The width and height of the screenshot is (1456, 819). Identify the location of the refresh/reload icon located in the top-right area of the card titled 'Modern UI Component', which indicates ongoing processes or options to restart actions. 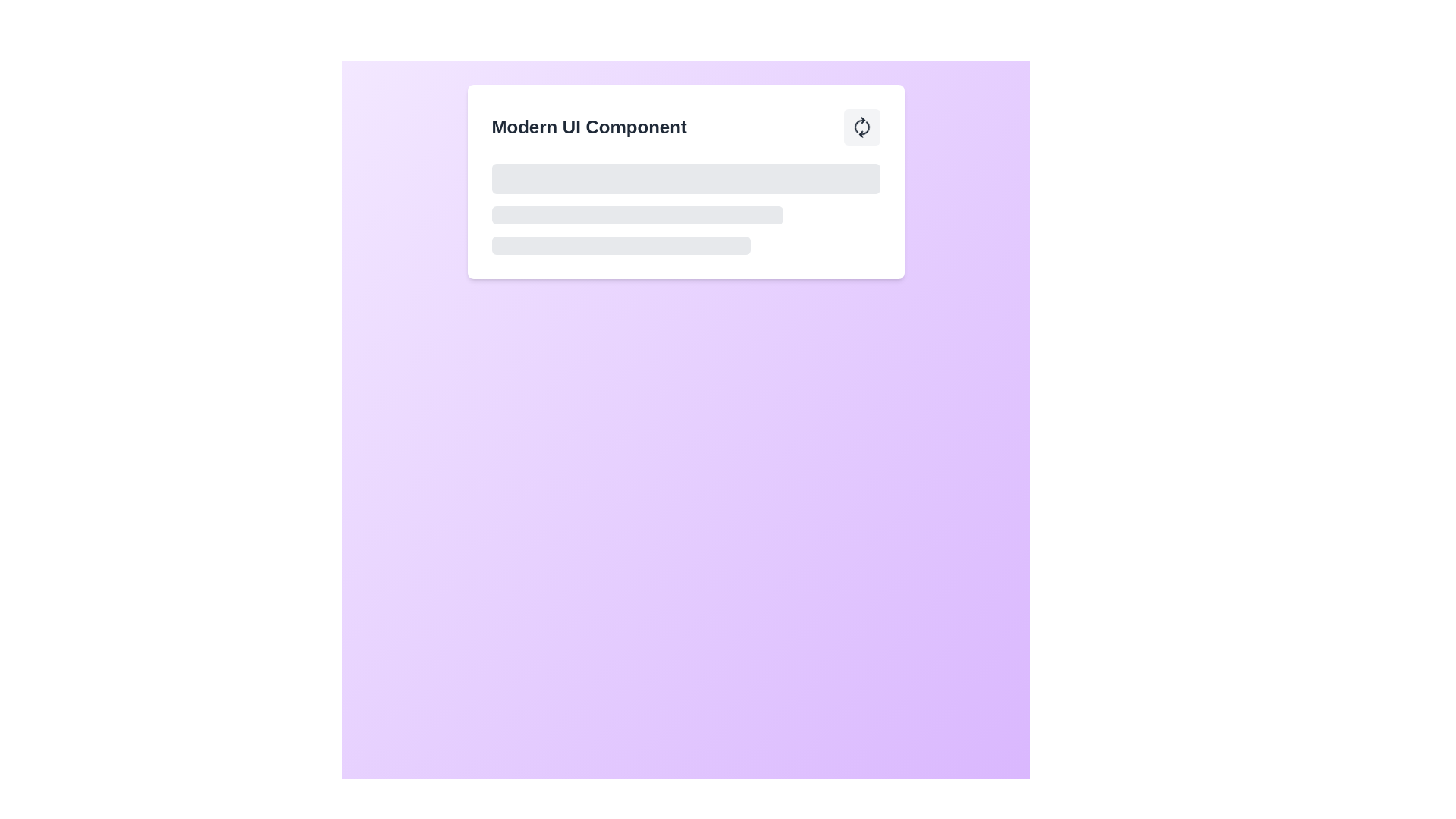
(861, 127).